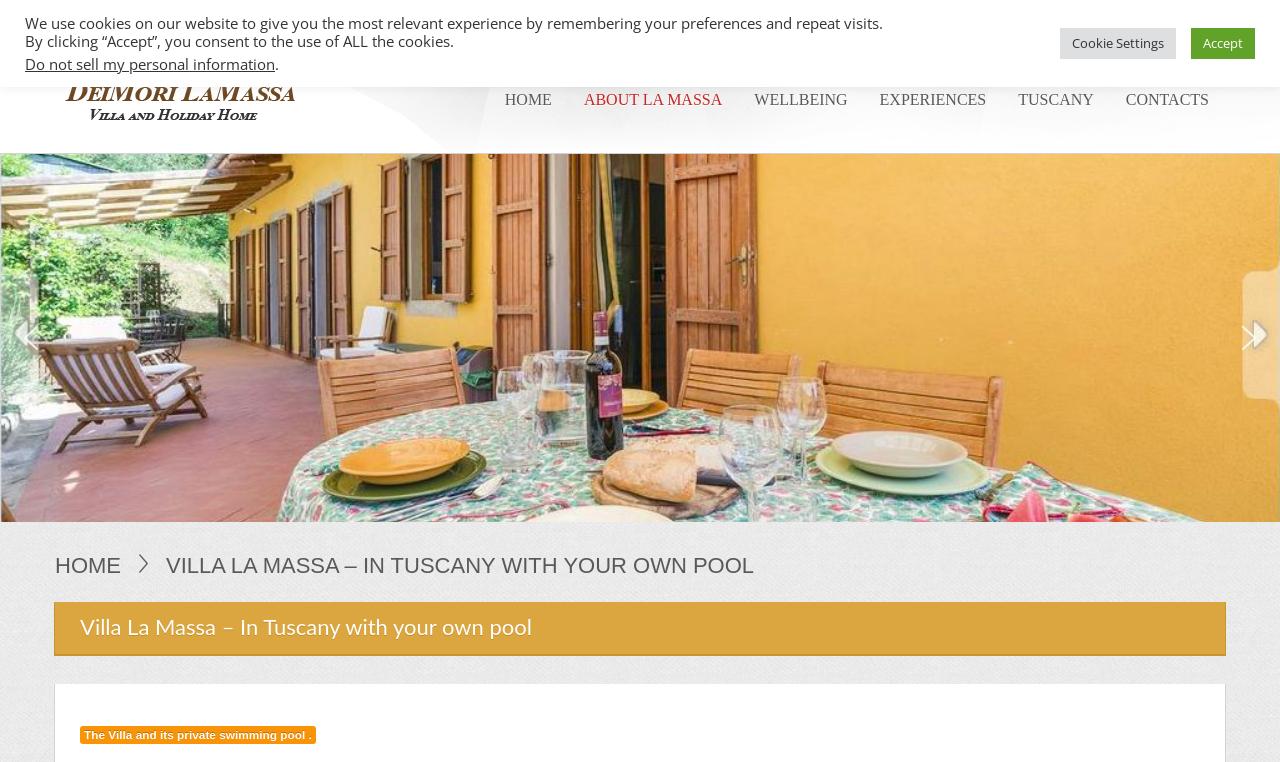 Image resolution: width=1280 pixels, height=762 pixels. Describe the element at coordinates (1222, 41) in the screenshot. I see `'Accept'` at that location.